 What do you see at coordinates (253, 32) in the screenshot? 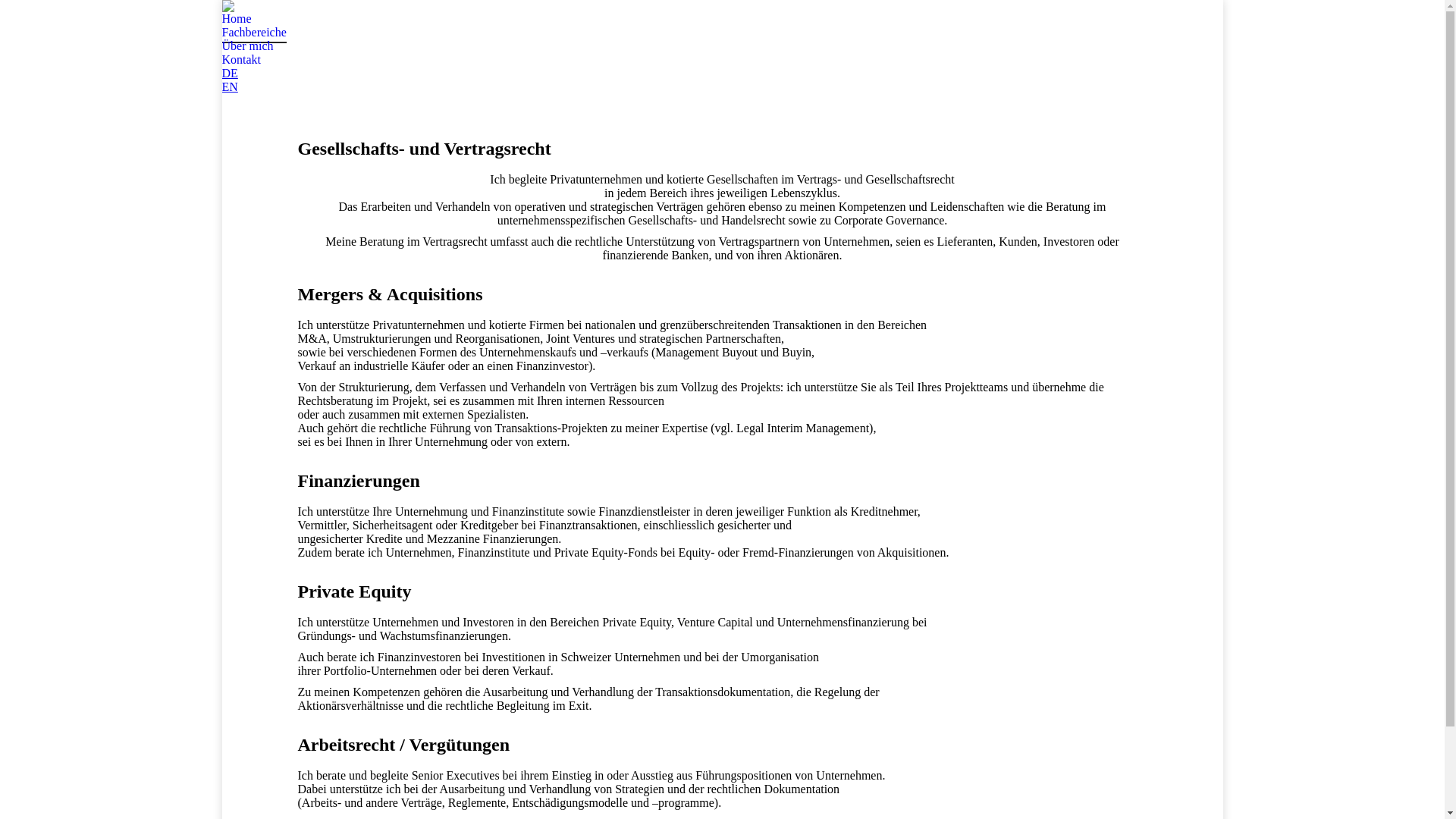
I see `'Fachbereiche'` at bounding box center [253, 32].